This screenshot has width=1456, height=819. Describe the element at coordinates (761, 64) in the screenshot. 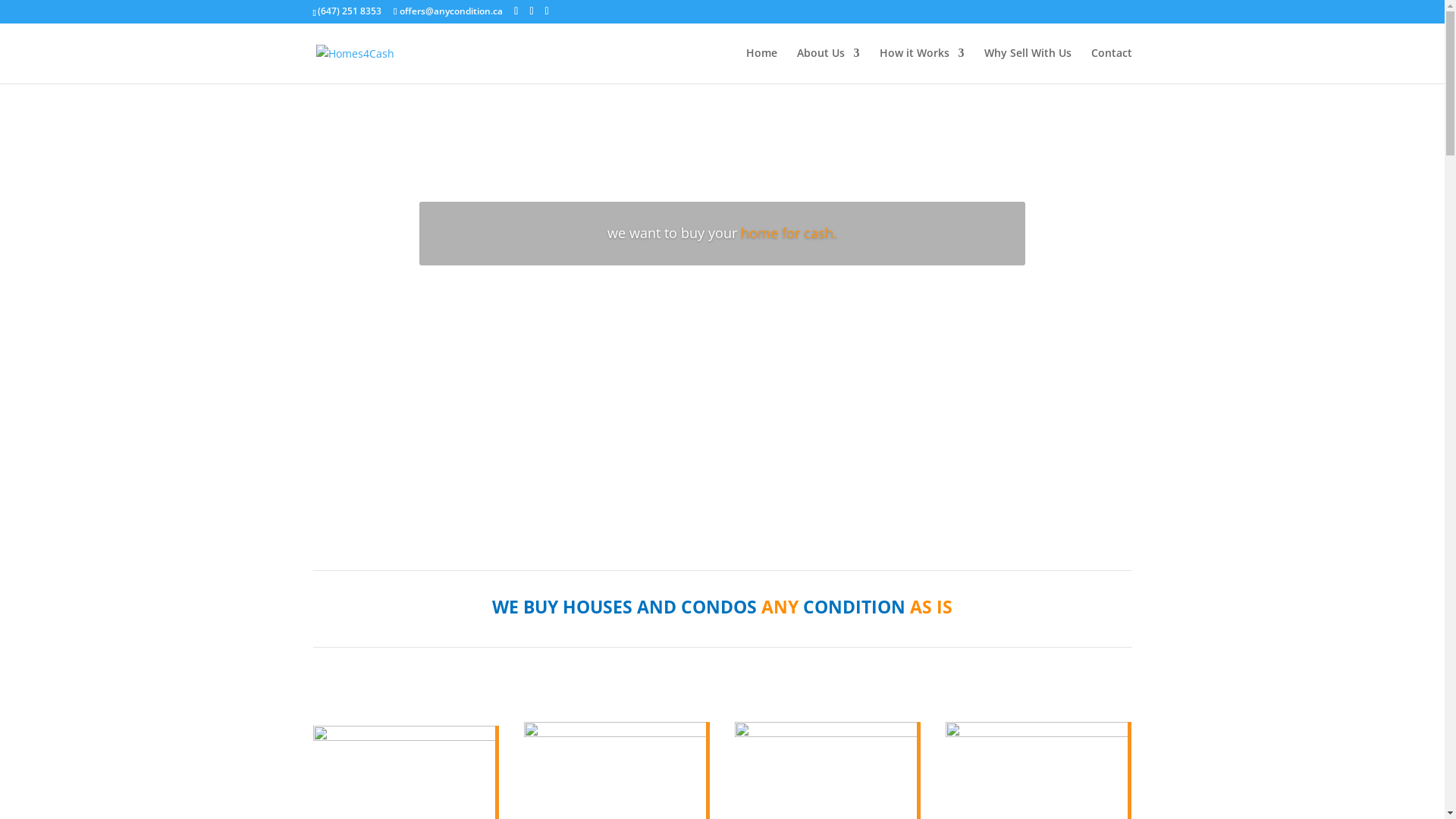

I see `'Home'` at that location.